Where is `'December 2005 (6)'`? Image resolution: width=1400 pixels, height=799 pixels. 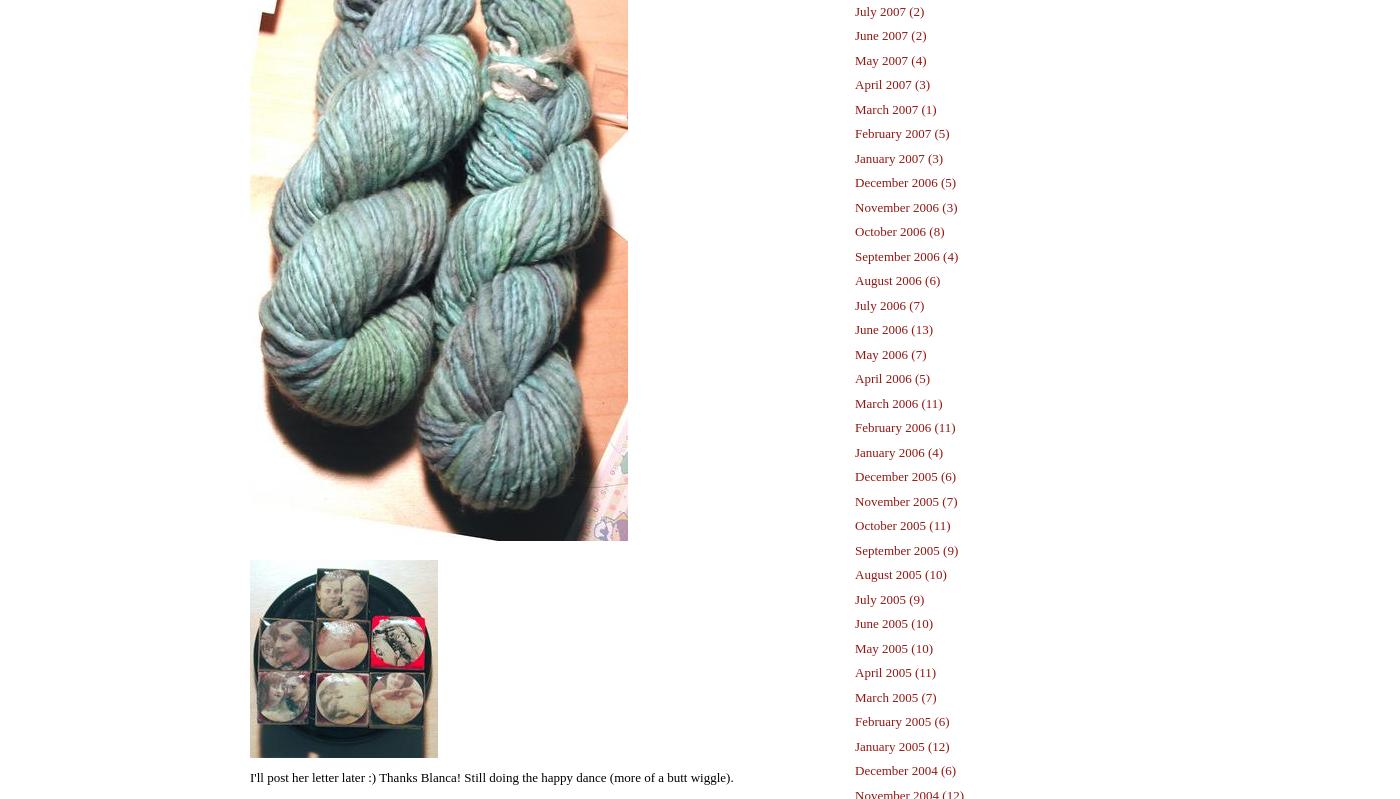 'December 2005 (6)' is located at coordinates (905, 475).